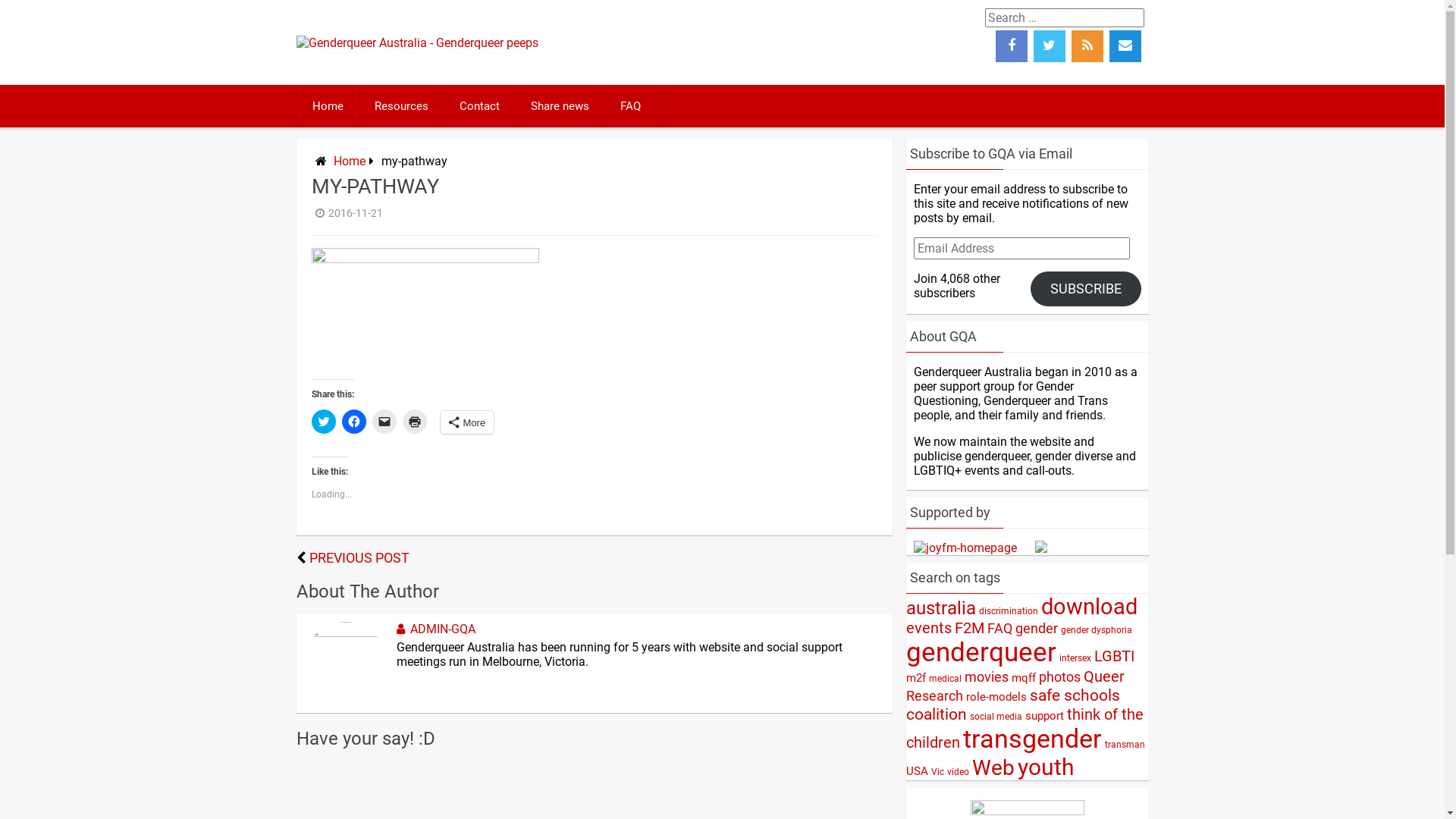 This screenshot has height=819, width=1456. What do you see at coordinates (1059, 676) in the screenshot?
I see `'photos'` at bounding box center [1059, 676].